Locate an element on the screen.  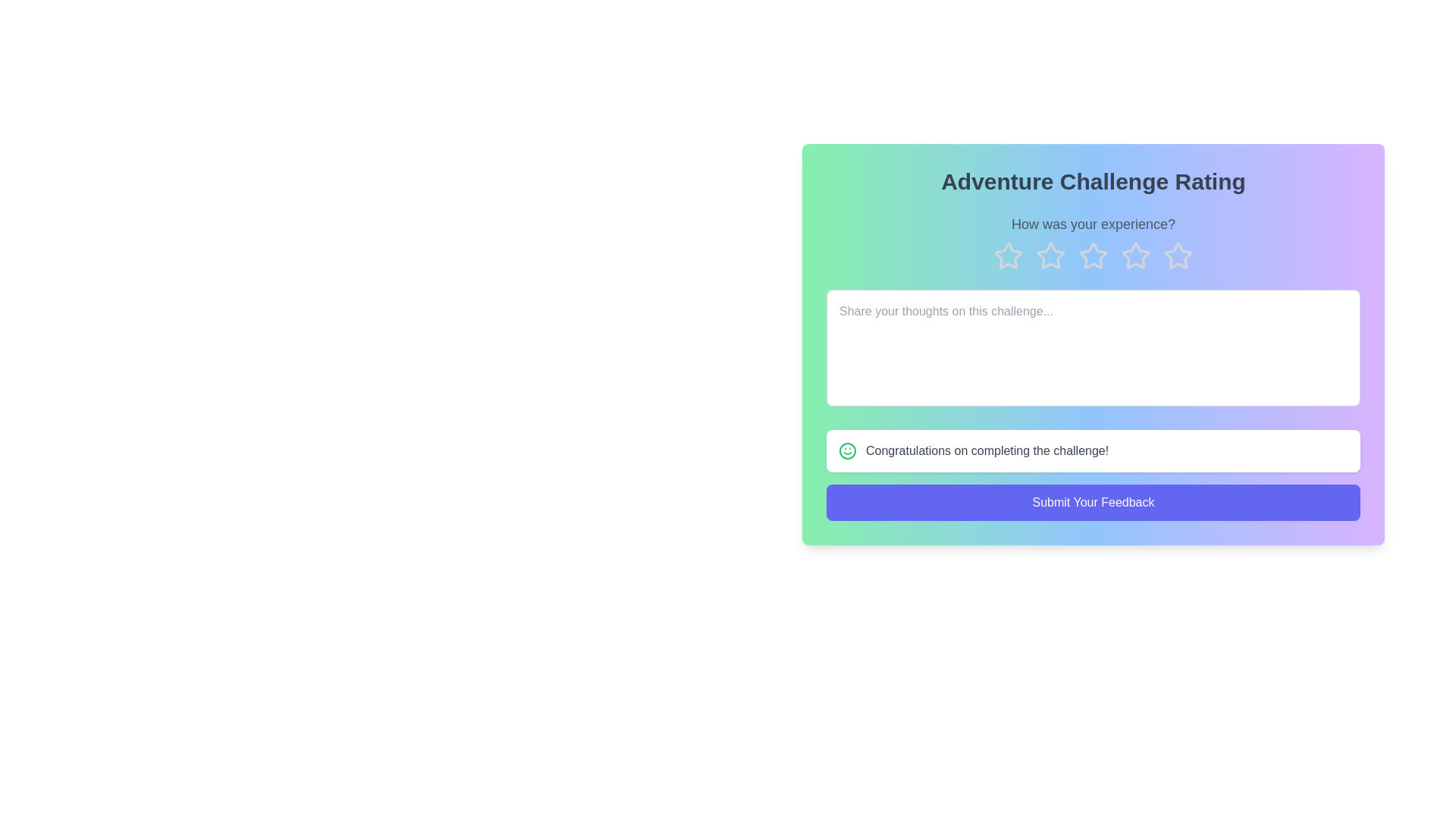
the congratulatory message box located within the 'Adventure Challenge Rating' card, positioned below the user feedback text box and above the 'Submit Your Feedback' button is located at coordinates (1093, 450).